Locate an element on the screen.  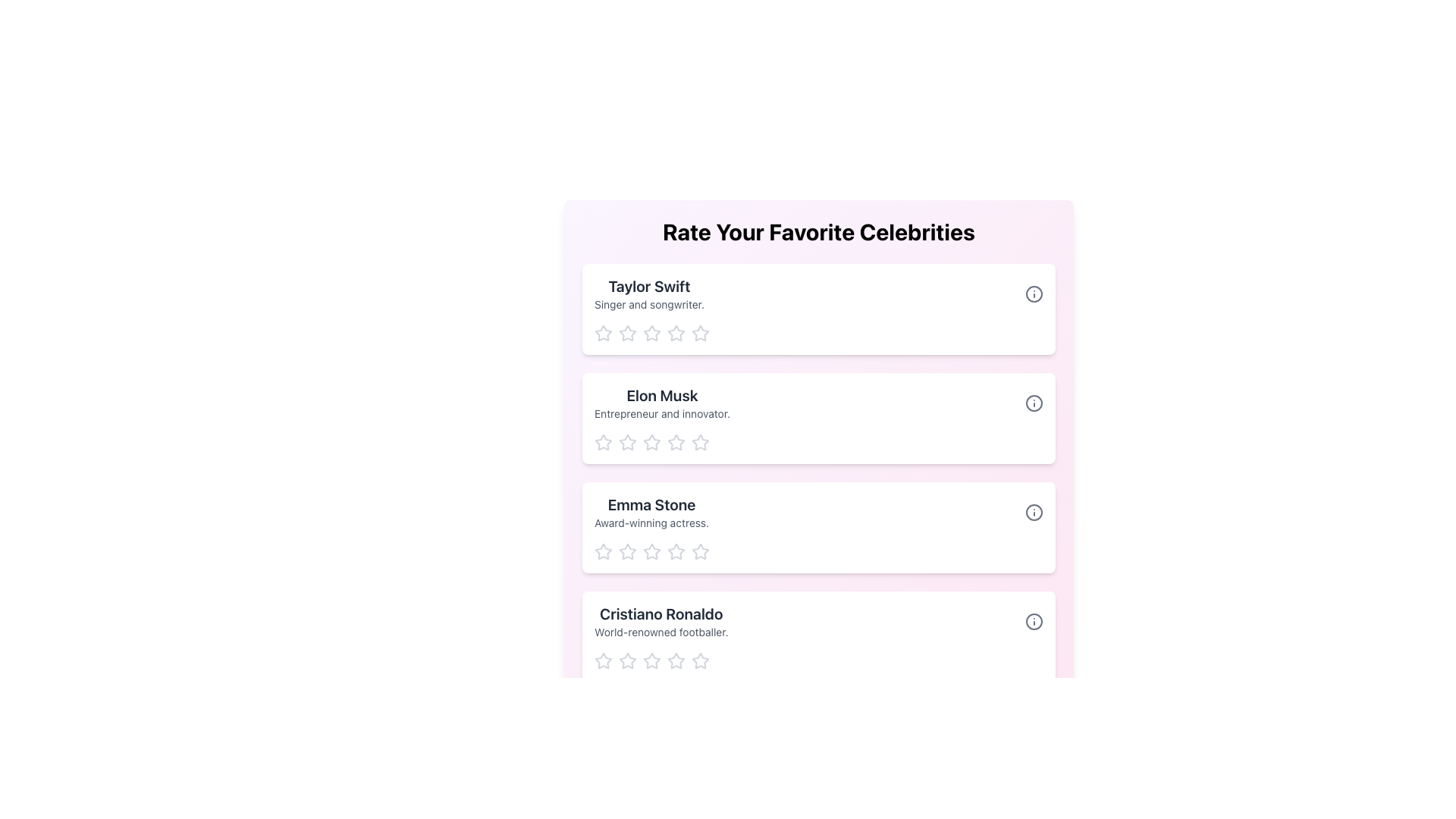
the first rating star for the 'Elon Musk' profile is located at coordinates (628, 442).